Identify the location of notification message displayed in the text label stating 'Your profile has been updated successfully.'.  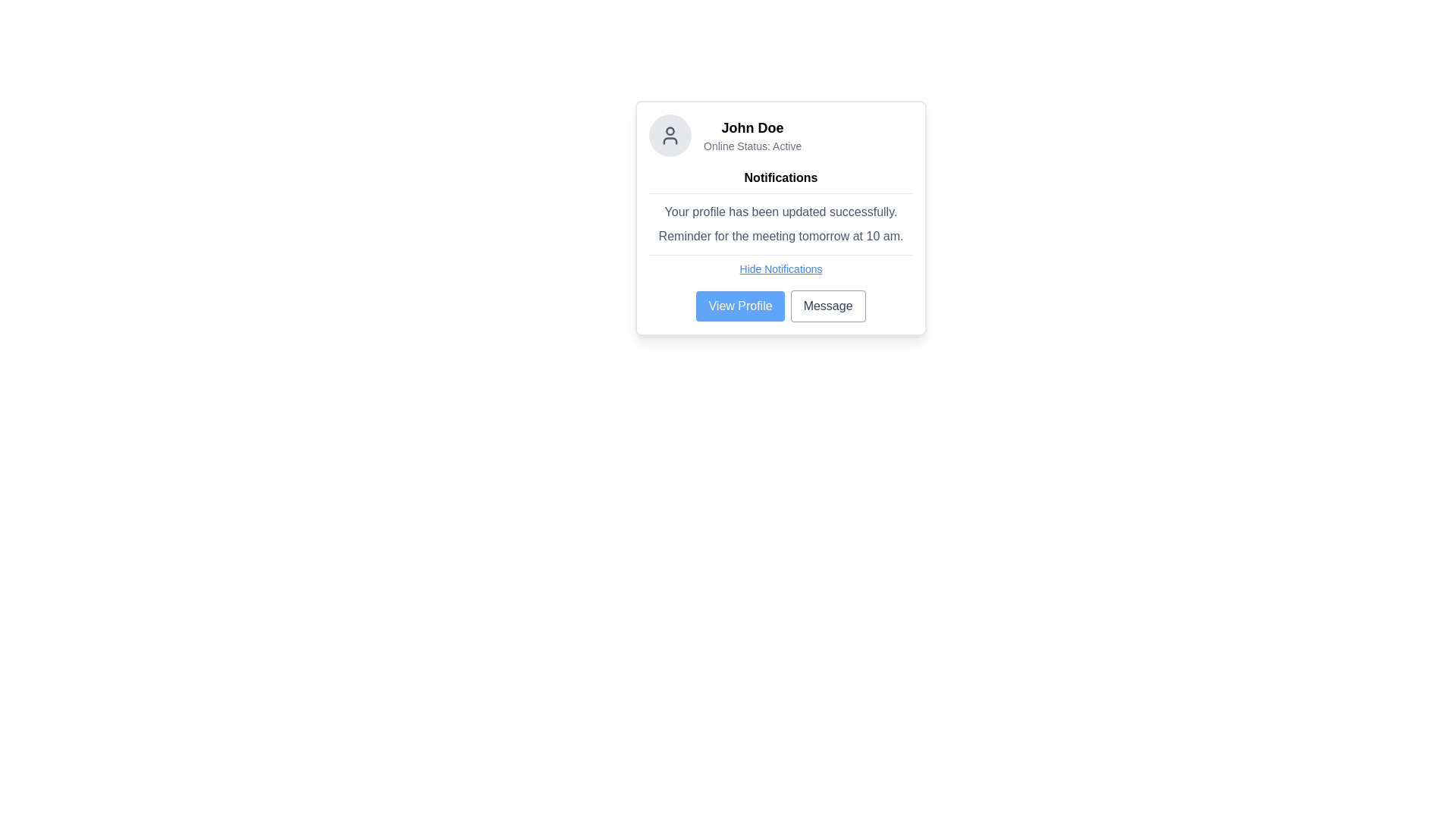
(781, 212).